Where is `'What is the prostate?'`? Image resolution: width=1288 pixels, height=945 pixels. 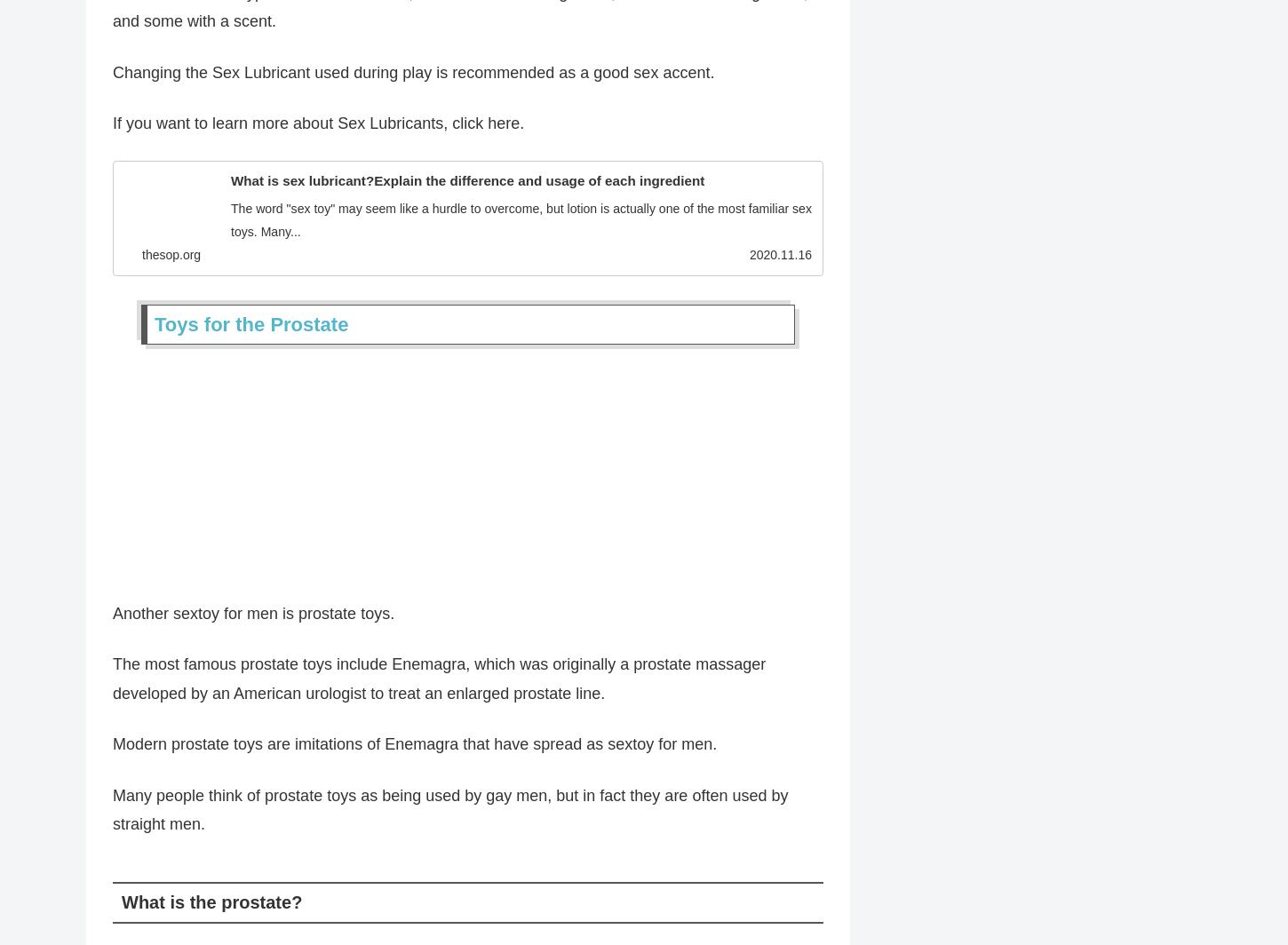 'What is the prostate?' is located at coordinates (121, 907).